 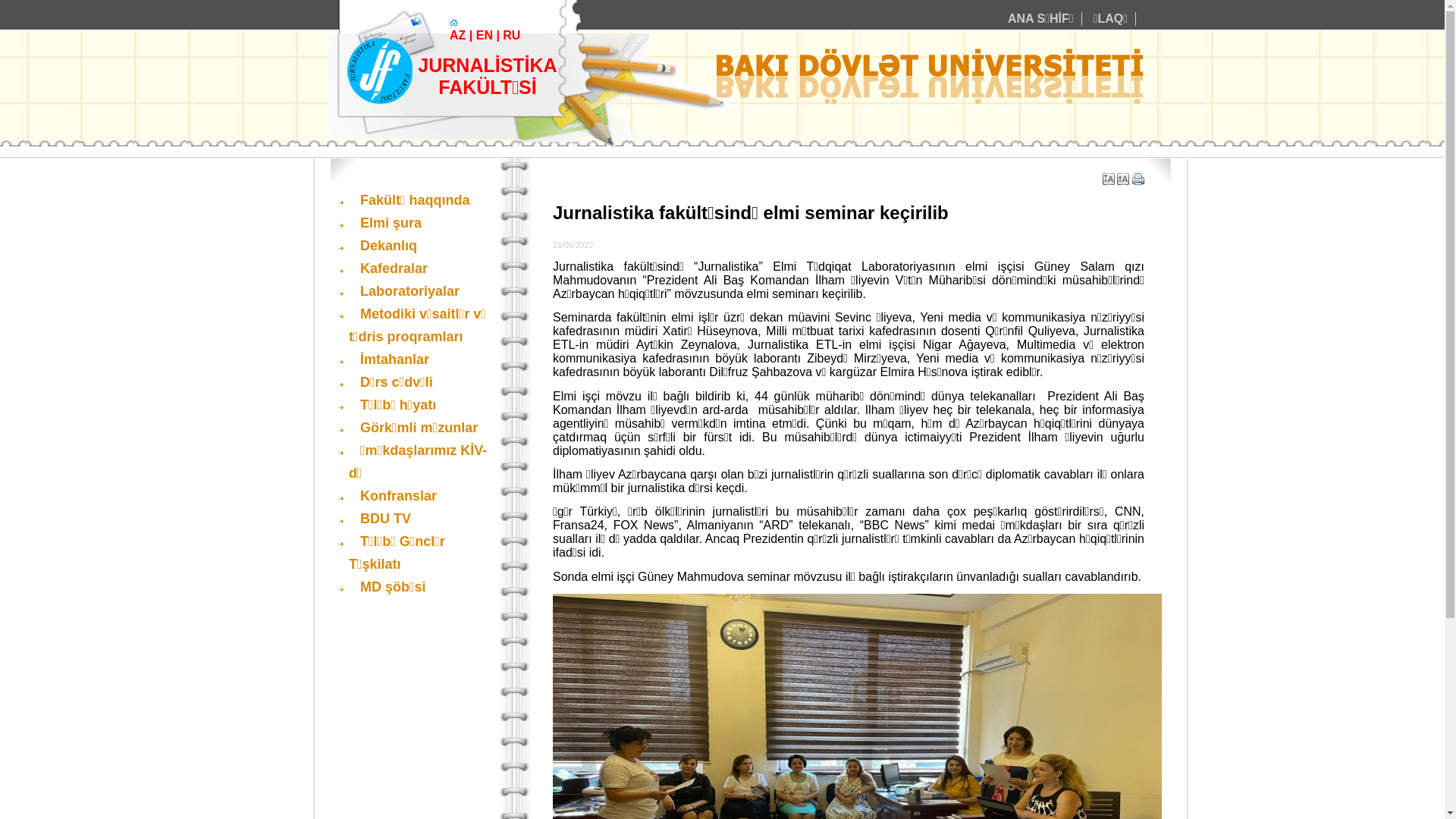 What do you see at coordinates (511, 34) in the screenshot?
I see `'RU'` at bounding box center [511, 34].